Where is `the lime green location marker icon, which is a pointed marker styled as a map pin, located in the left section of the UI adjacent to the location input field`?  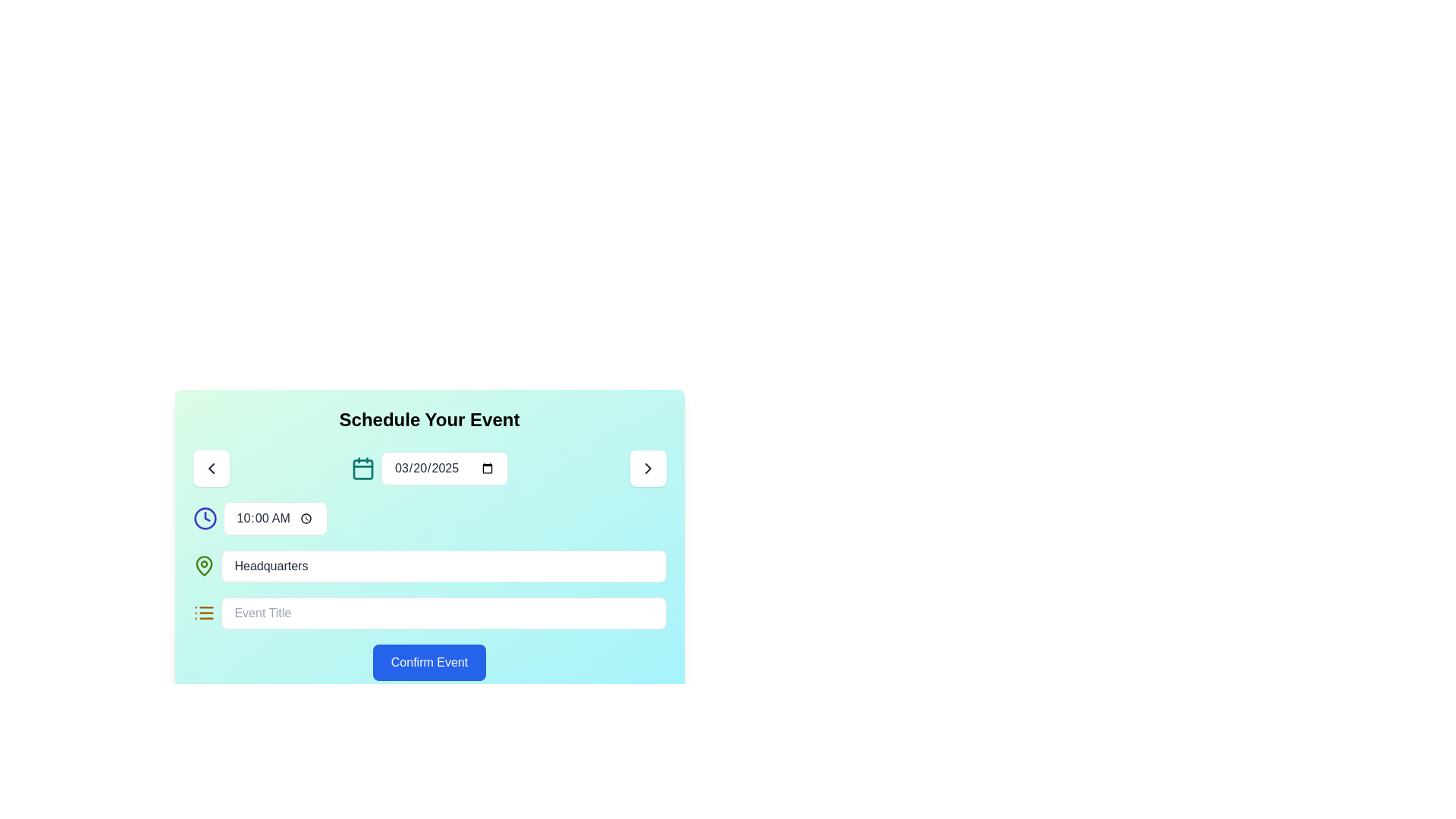 the lime green location marker icon, which is a pointed marker styled as a map pin, located in the left section of the UI adjacent to the location input field is located at coordinates (203, 566).